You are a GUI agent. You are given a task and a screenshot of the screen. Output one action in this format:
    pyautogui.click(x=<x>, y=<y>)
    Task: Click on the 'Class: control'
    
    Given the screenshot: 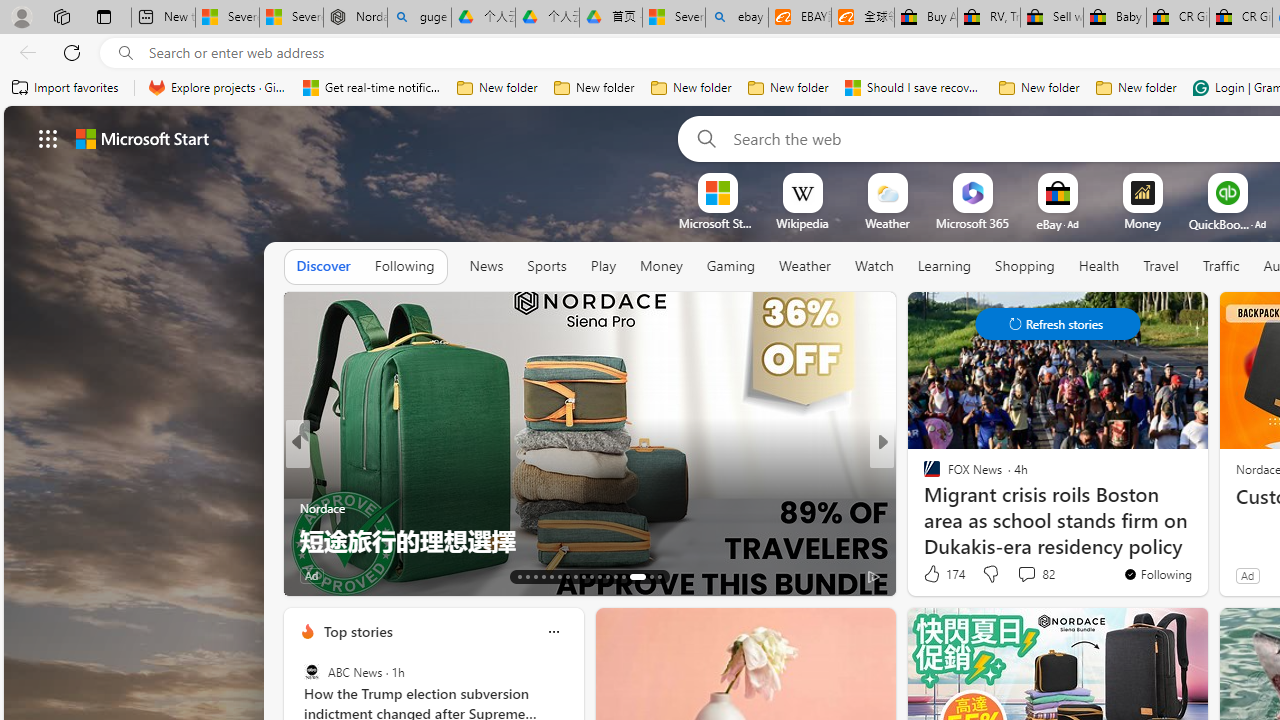 What is the action you would take?
    pyautogui.click(x=1056, y=323)
    